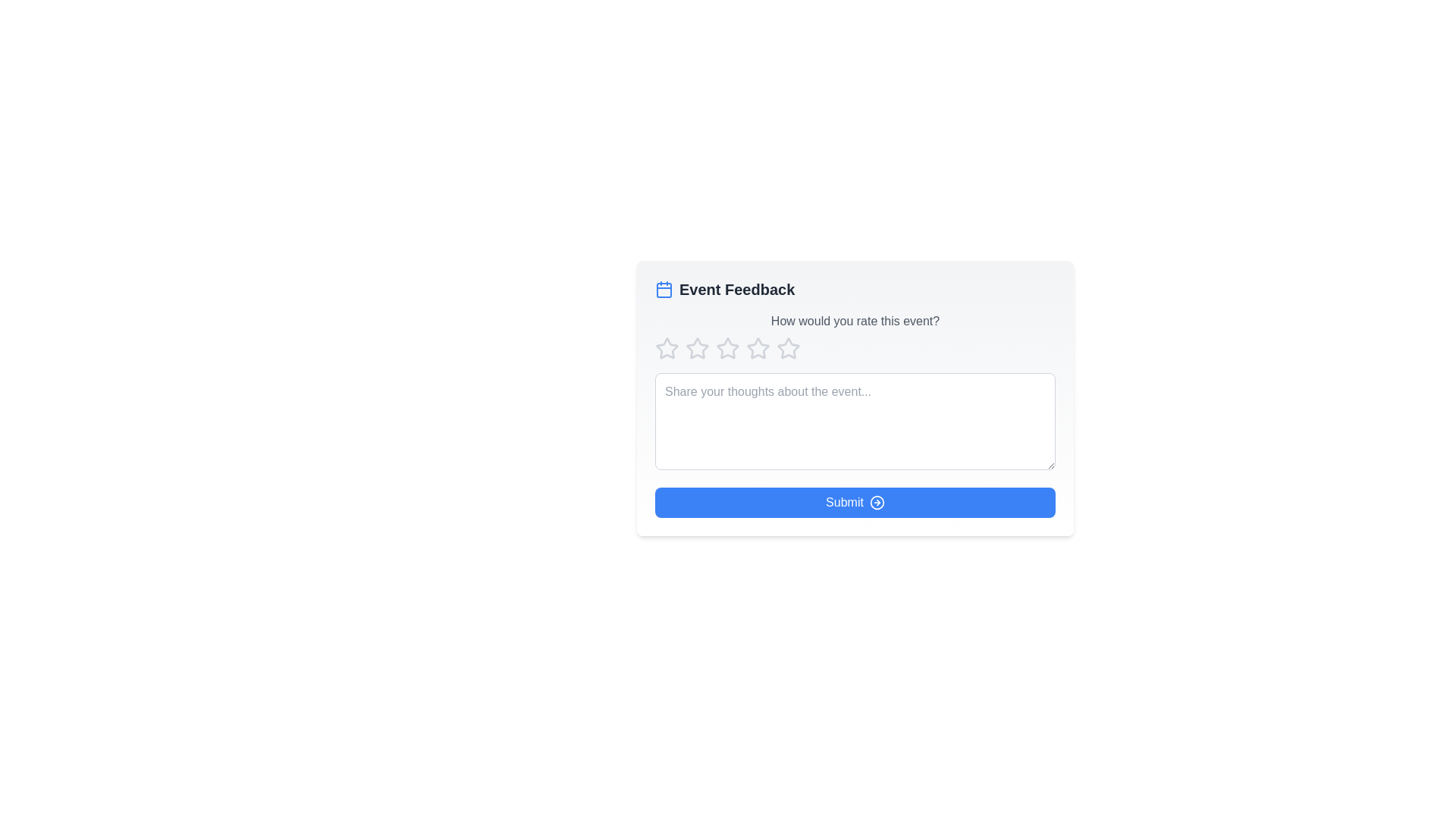 Image resolution: width=1456 pixels, height=819 pixels. I want to click on the 'Submit Feedback' button located at the bottom center of the 'Event Feedback' card, so click(855, 503).